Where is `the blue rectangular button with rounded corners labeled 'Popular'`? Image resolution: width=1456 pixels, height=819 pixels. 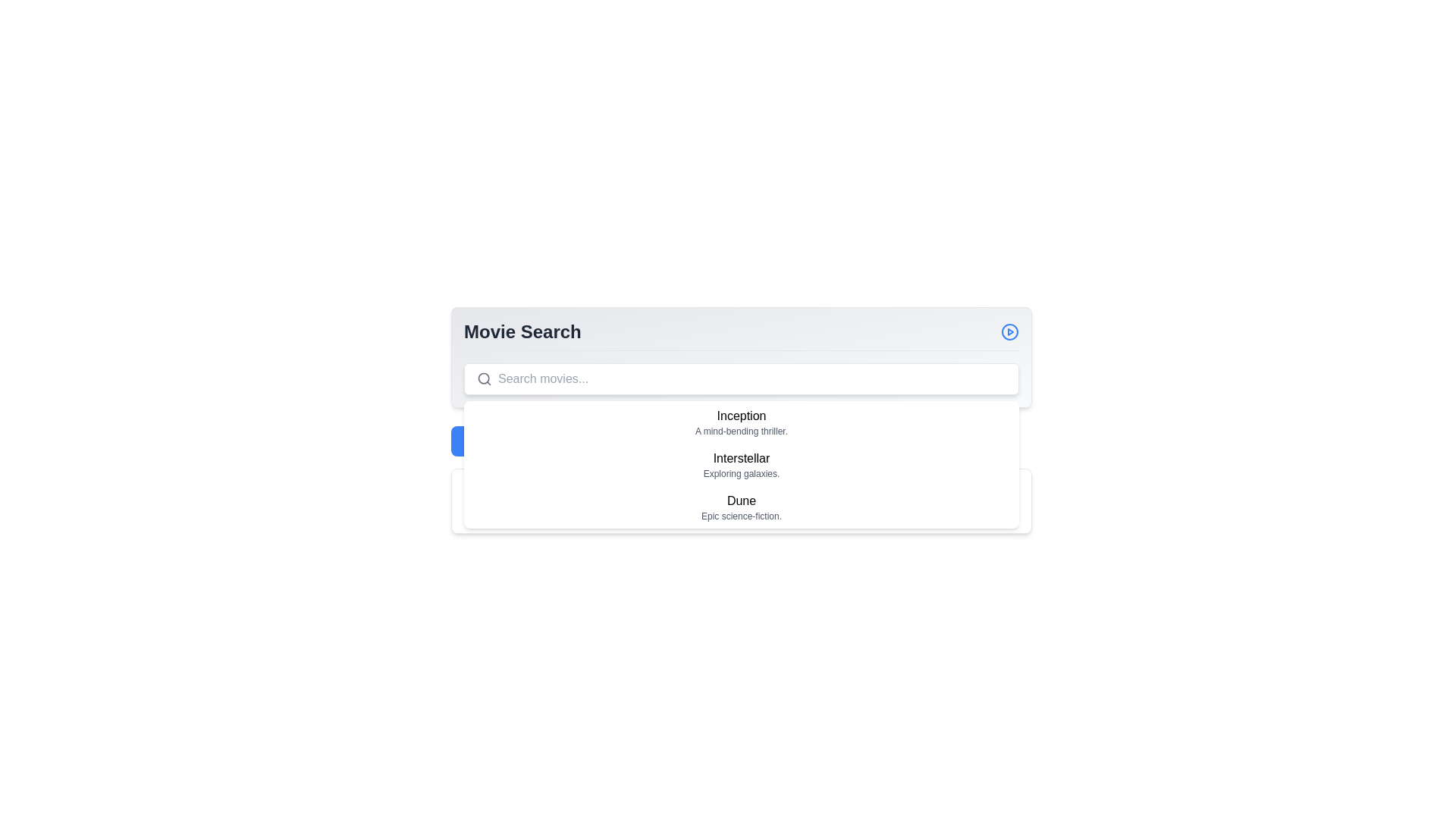
the blue rectangular button with rounded corners labeled 'Popular' is located at coordinates (483, 441).